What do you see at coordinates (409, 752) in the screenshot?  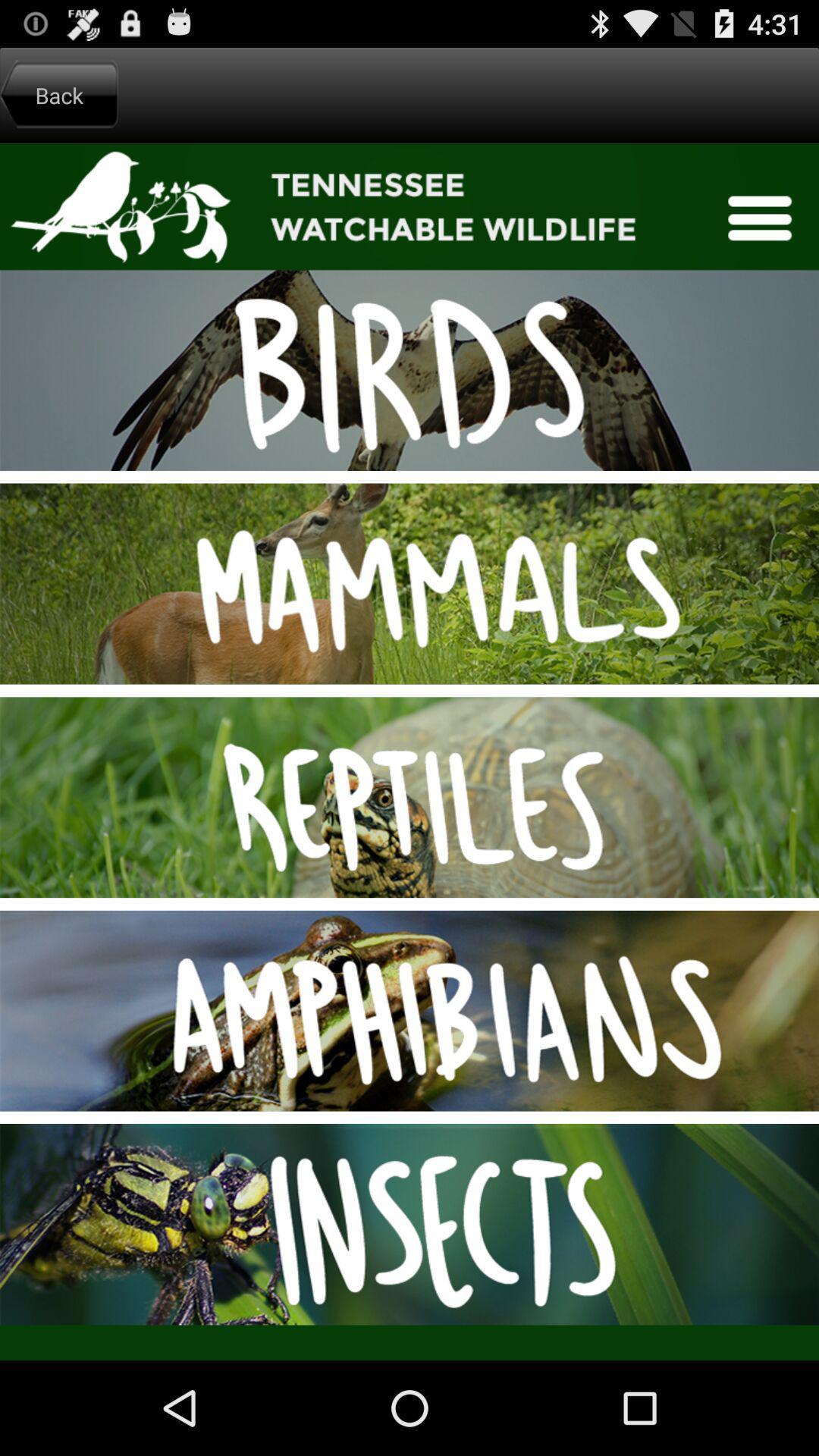 I see `select` at bounding box center [409, 752].